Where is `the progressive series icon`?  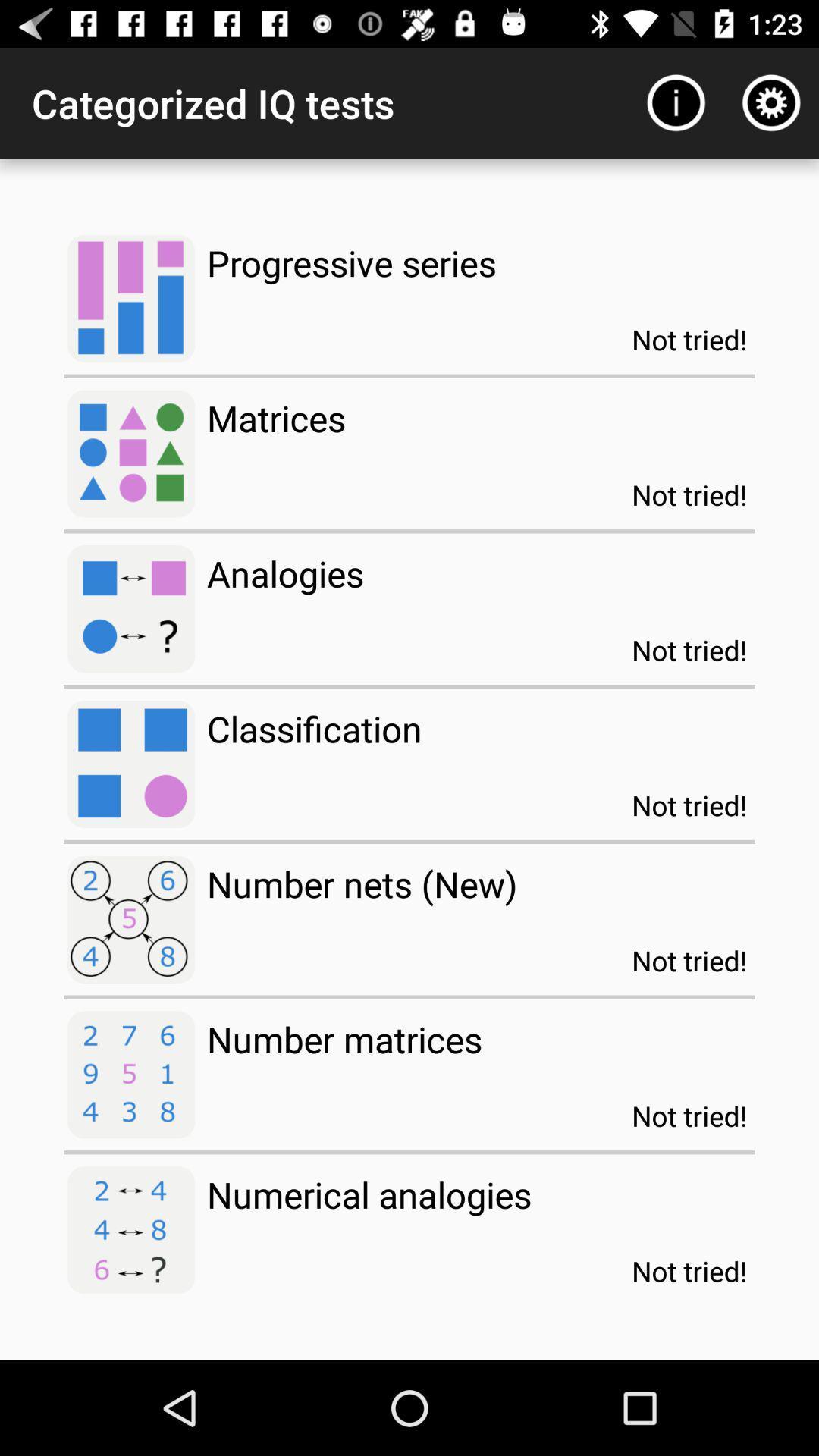
the progressive series icon is located at coordinates (351, 262).